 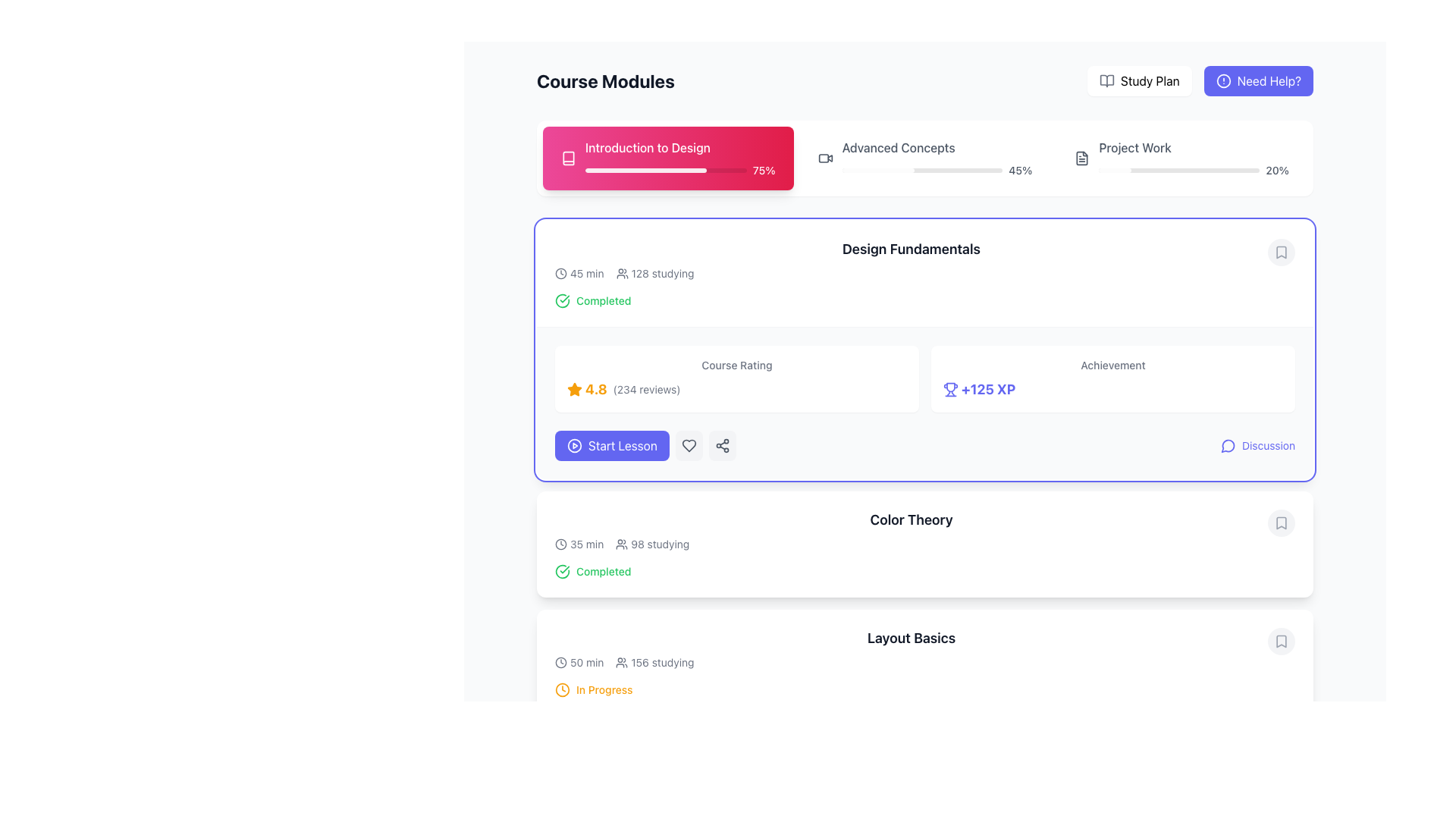 I want to click on text label displaying '35 min', which is located next to a clock icon in the 'Color Theory' section, so click(x=579, y=543).